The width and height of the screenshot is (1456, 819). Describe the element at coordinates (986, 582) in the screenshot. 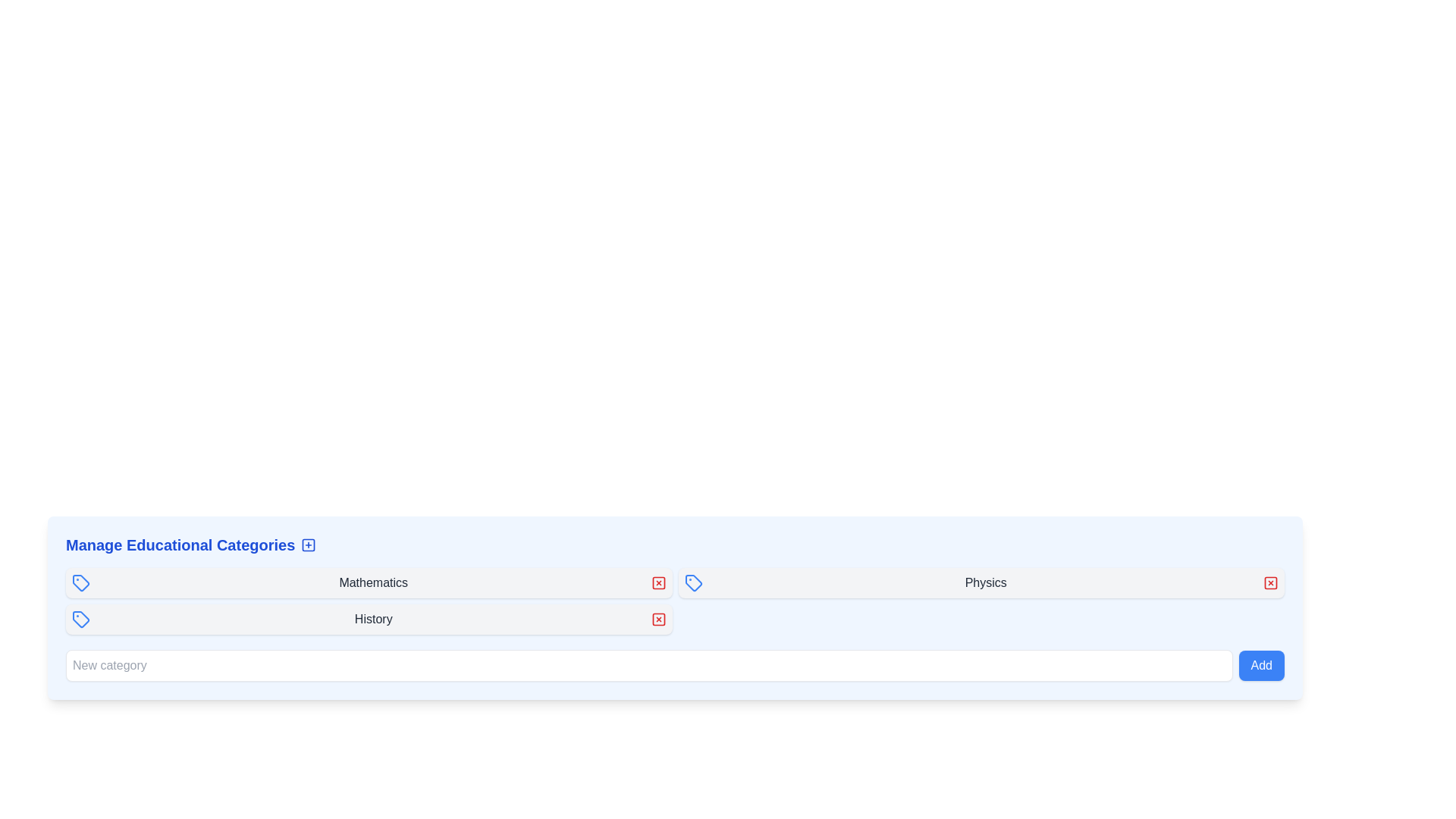

I see `text label displaying the category name 'Physics', located centrally in a horizontal layout, flanked by an icon on the left and a close button on the right` at that location.